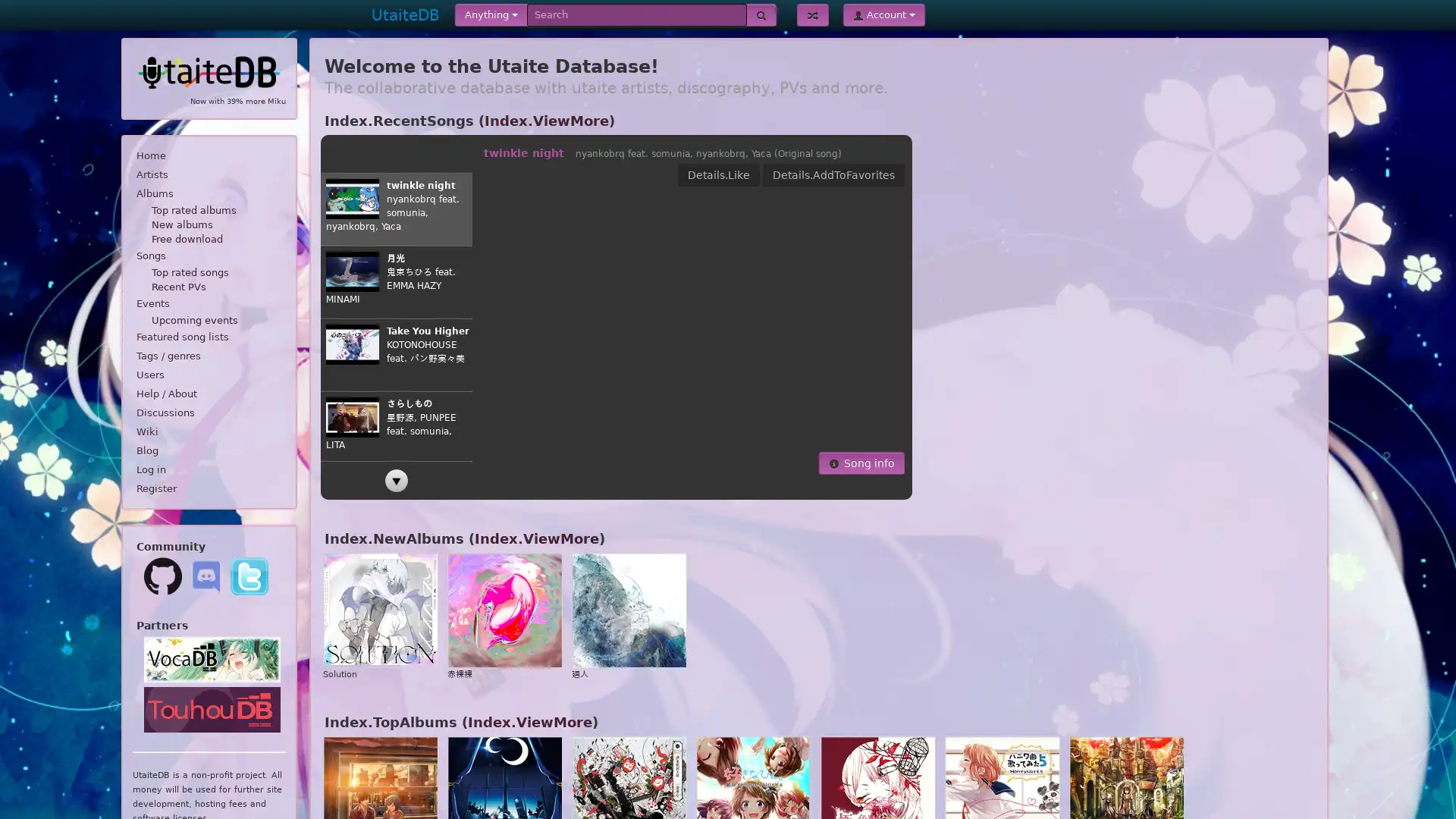 This screenshot has height=819, width=1456. What do you see at coordinates (817, 174) in the screenshot?
I see `Like` at bounding box center [817, 174].